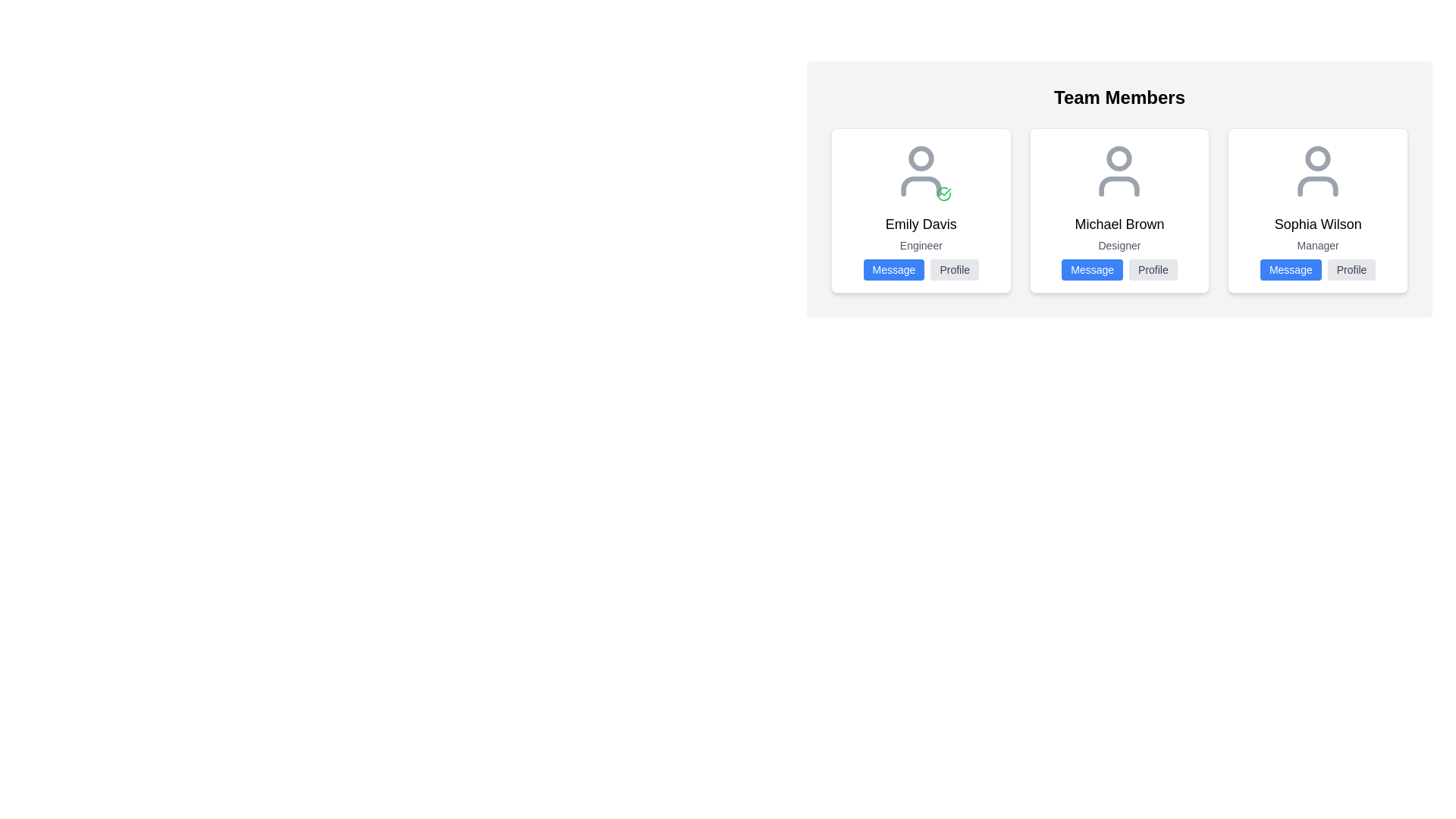 The height and width of the screenshot is (819, 1456). Describe the element at coordinates (1153, 268) in the screenshot. I see `the second button in the horizontal group at the bottom of the team member's card` at that location.